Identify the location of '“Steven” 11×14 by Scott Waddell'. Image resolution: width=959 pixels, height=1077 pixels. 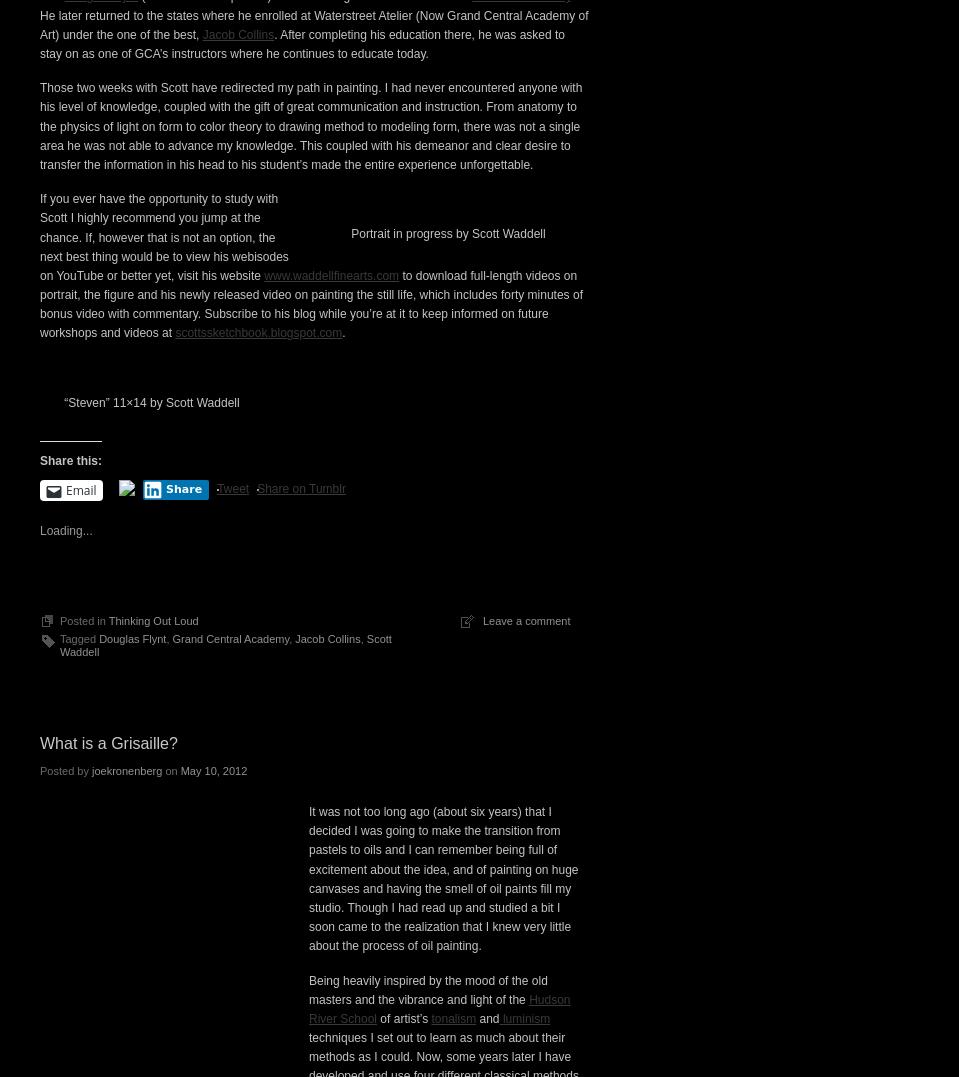
(150, 748).